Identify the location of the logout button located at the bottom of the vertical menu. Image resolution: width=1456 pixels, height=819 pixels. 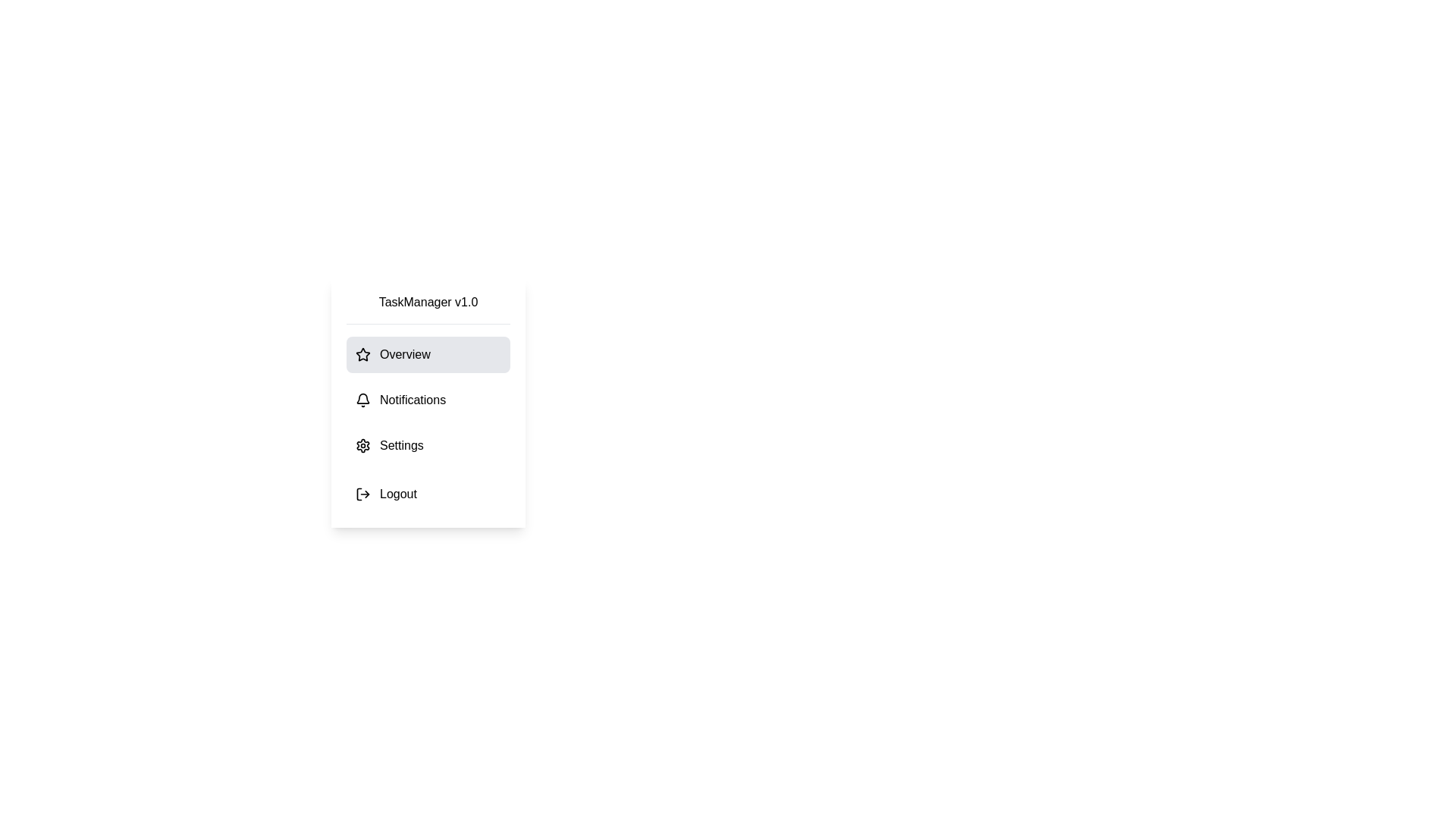
(428, 494).